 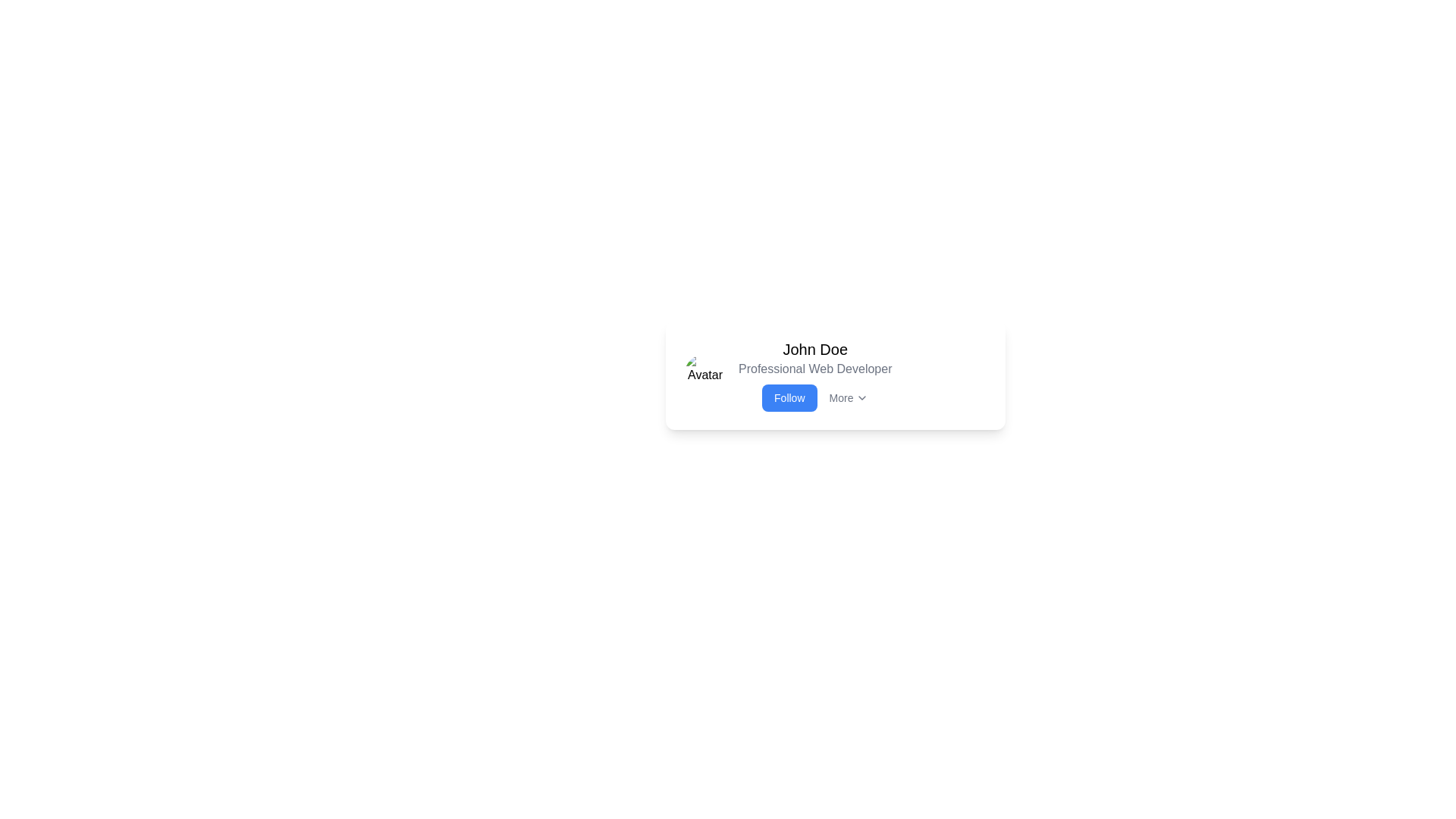 What do you see at coordinates (814, 369) in the screenshot?
I see `the static text 'Professional Web Developer' which is styled in gray and located under 'John Doe' within the profile card` at bounding box center [814, 369].